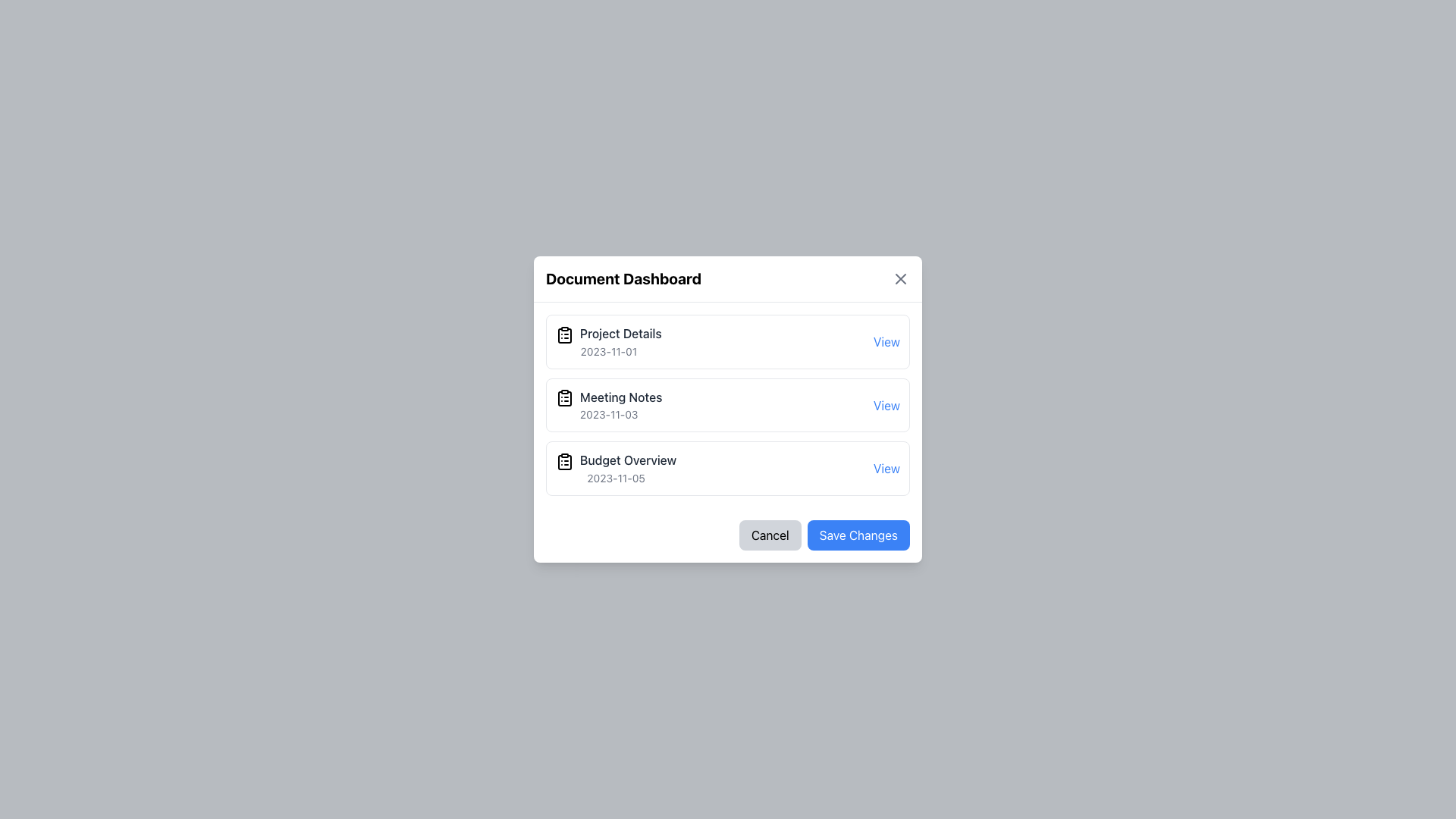  I want to click on the 'Project Details' text within the document entry block, which is the first item under the 'Document Dashboard' heading, so click(608, 341).